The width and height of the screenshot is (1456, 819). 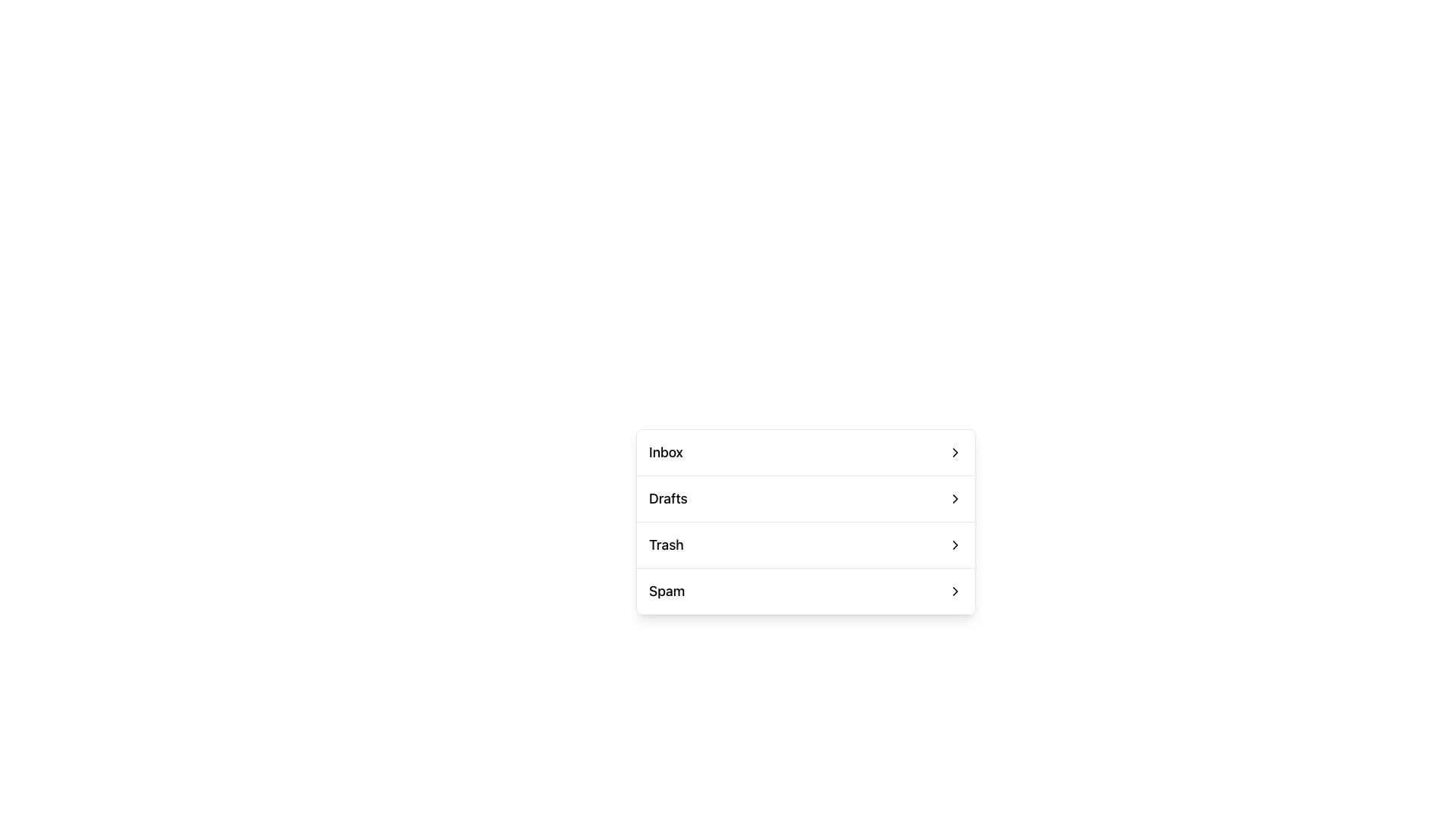 I want to click on the rightward-pointing chevron icon located to the right of the 'Trash' text, which is the third icon in a vertical list of four similar icons, so click(x=954, y=544).